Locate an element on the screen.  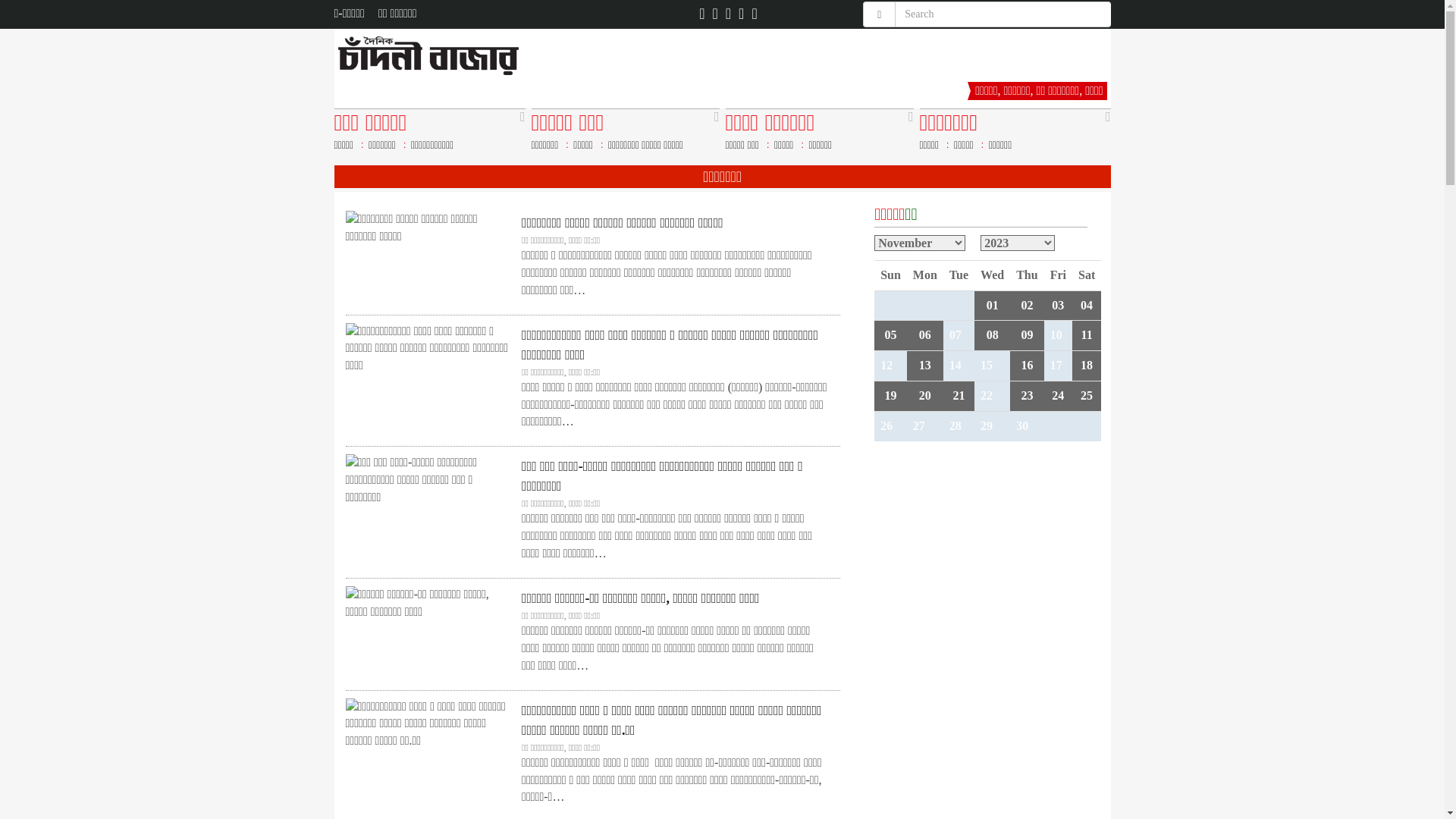
'05' is located at coordinates (884, 334).